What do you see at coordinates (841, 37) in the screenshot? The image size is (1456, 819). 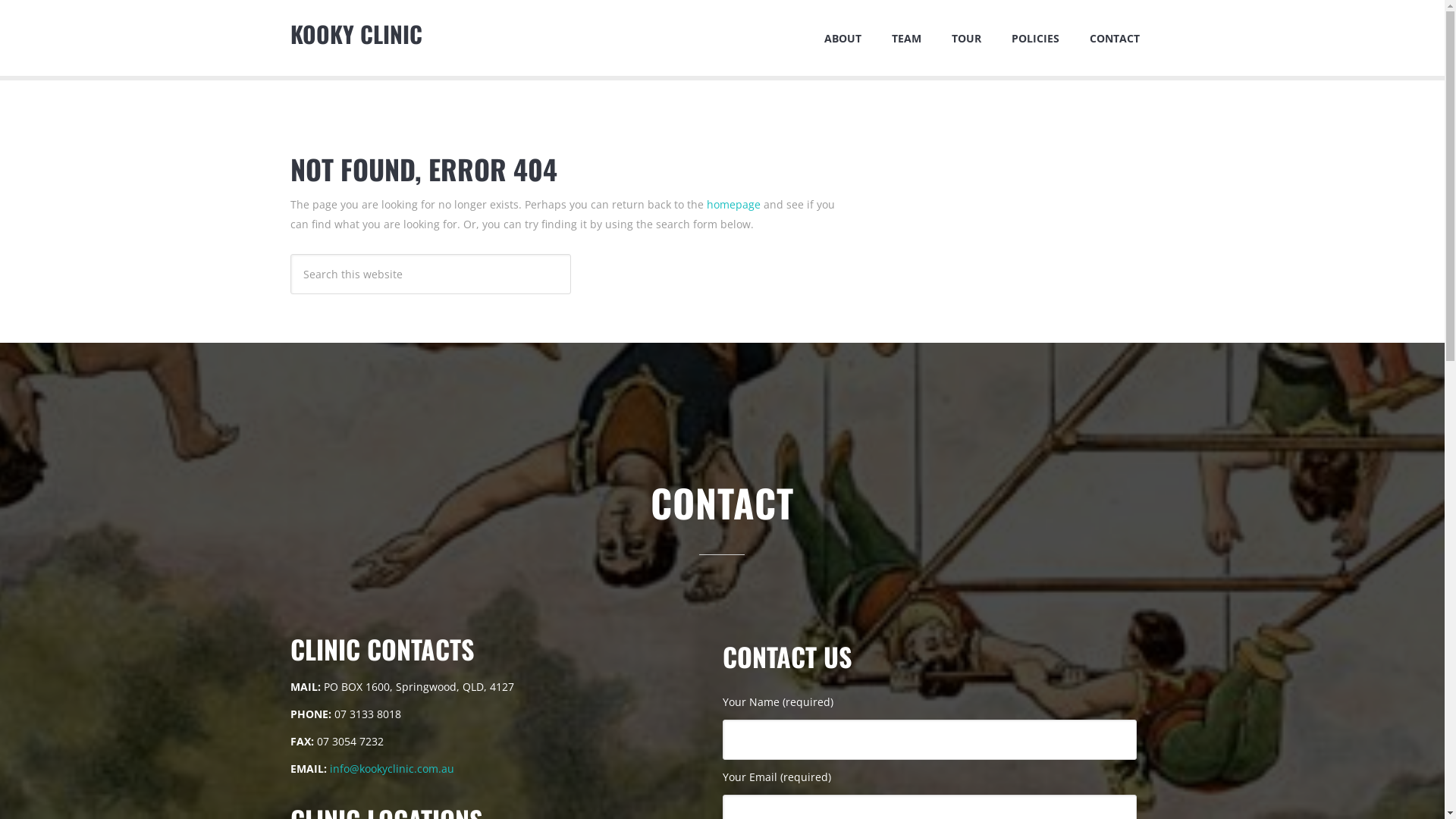 I see `'ABOUT'` at bounding box center [841, 37].